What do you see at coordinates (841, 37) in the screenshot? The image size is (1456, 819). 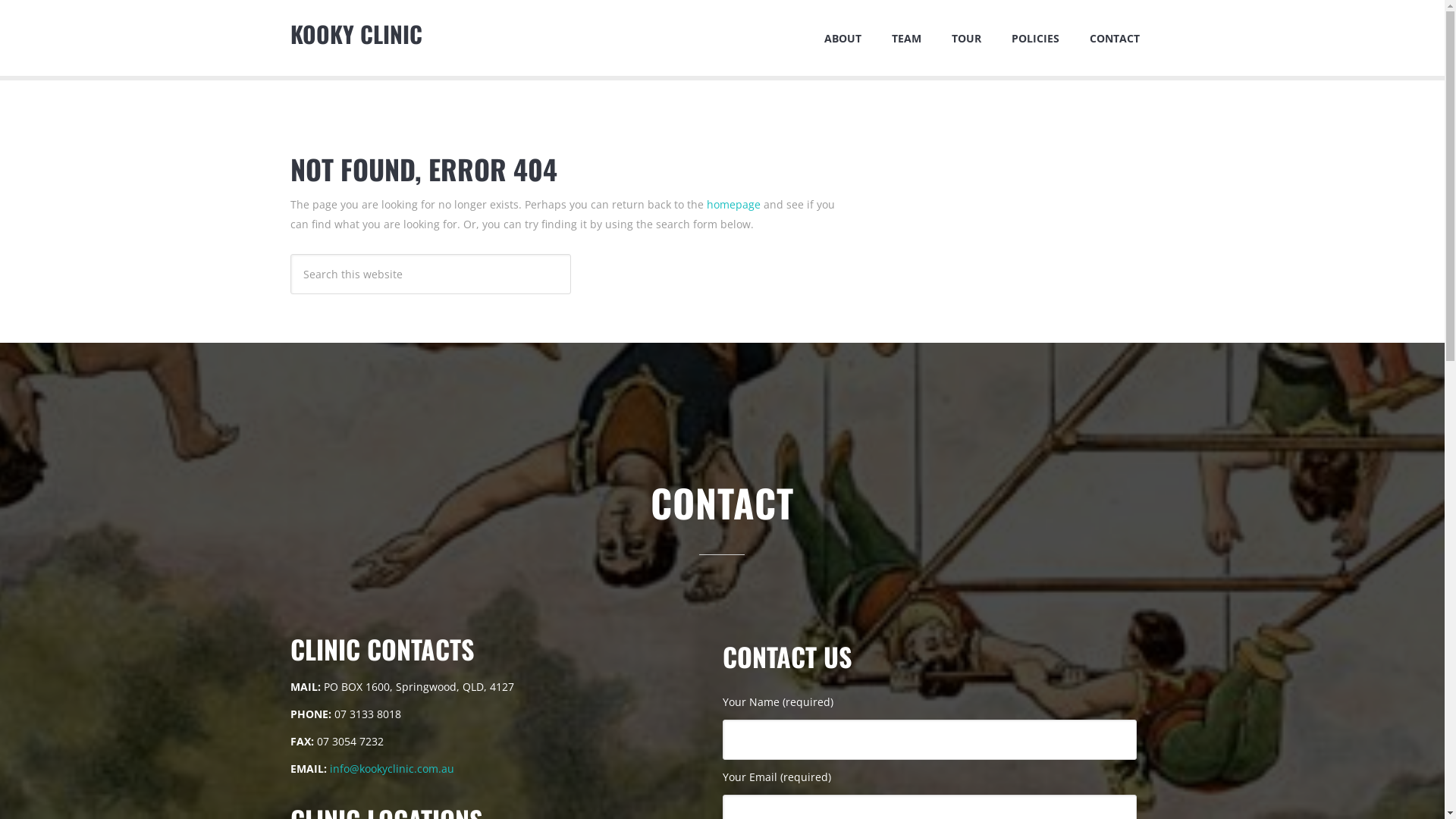 I see `'ABOUT'` at bounding box center [841, 37].